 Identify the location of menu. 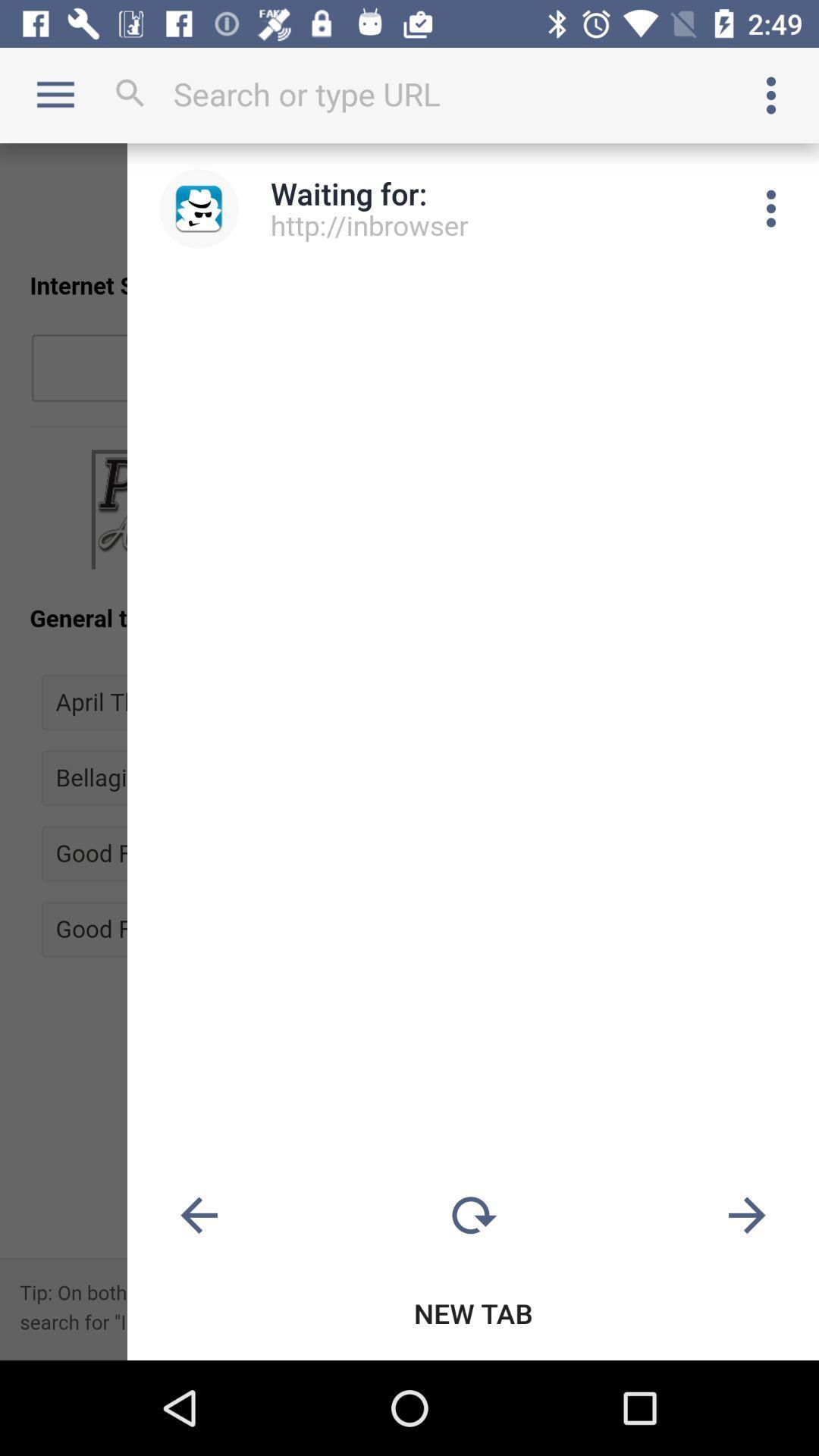
(771, 208).